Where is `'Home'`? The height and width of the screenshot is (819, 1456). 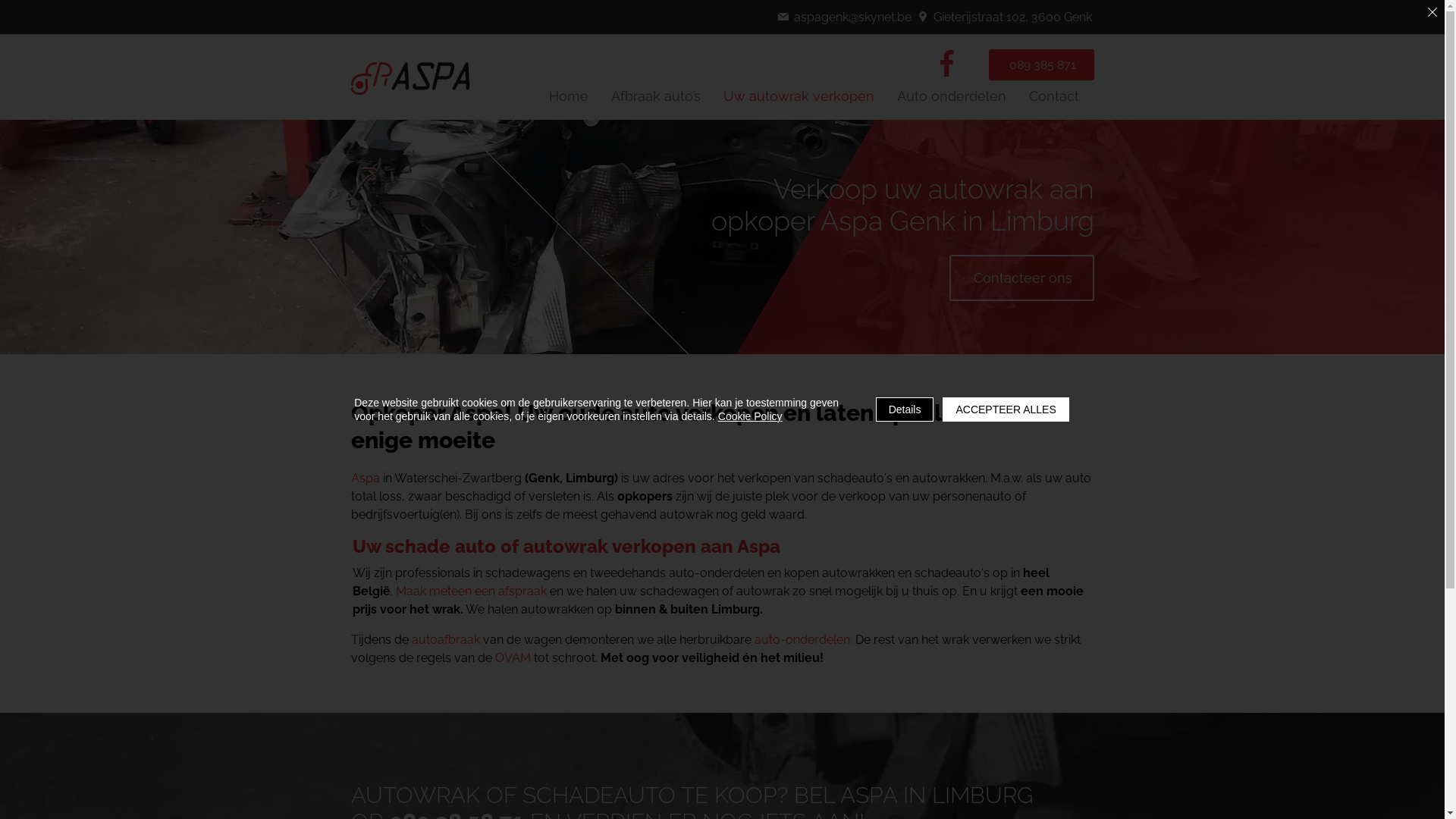 'Home' is located at coordinates (567, 96).